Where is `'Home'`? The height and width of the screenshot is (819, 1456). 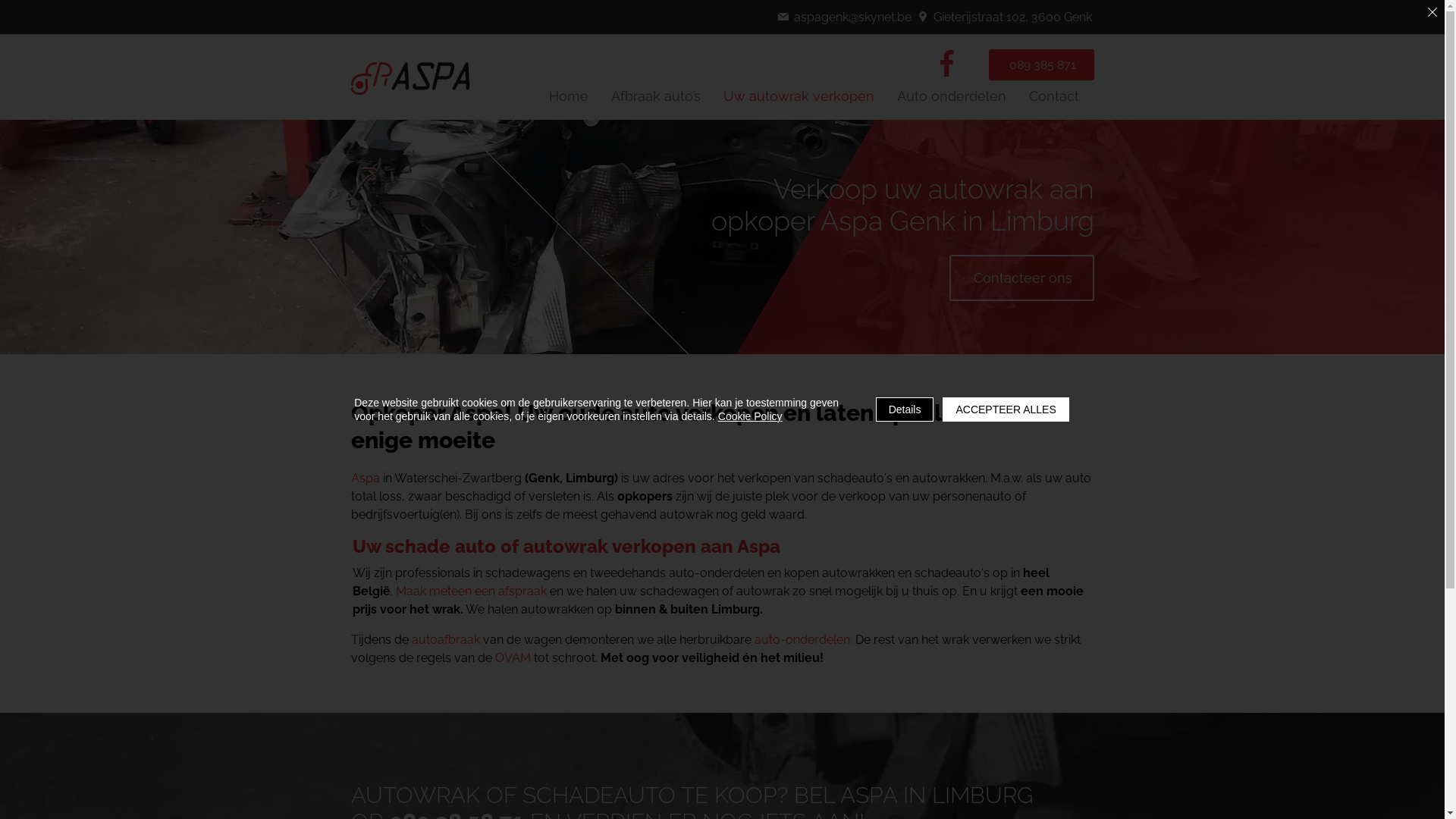 'Home' is located at coordinates (567, 96).